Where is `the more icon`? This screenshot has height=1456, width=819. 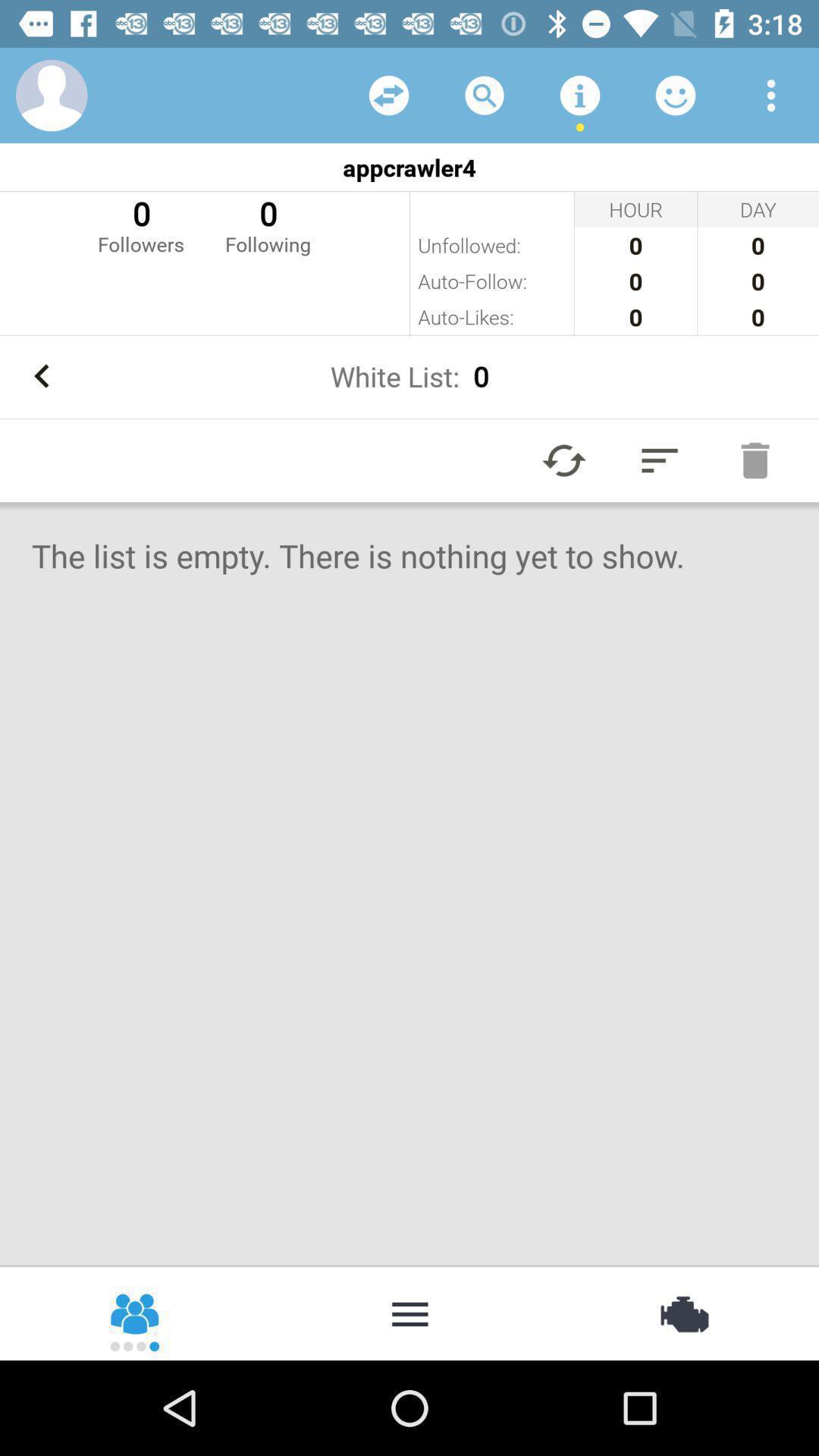 the more icon is located at coordinates (409, 1312).